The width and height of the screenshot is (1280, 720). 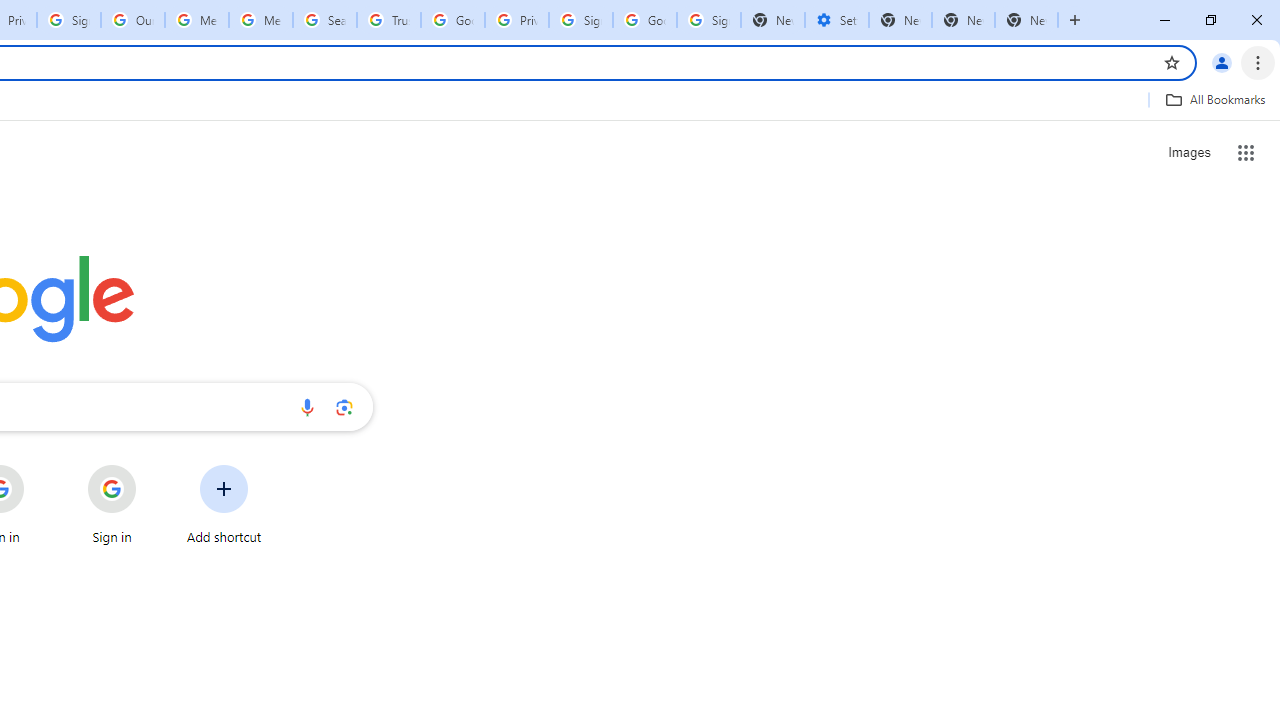 I want to click on 'Search for Images ', so click(x=1189, y=152).